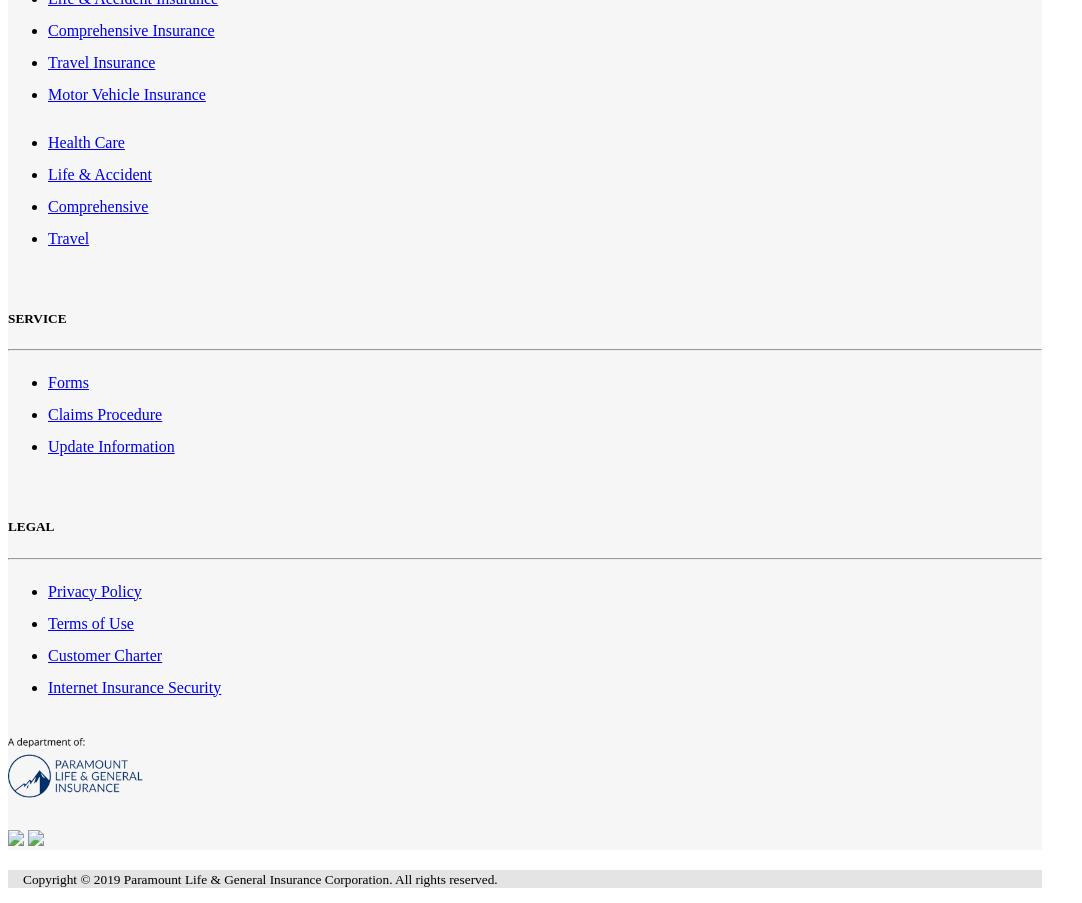 The height and width of the screenshot is (903, 1082). What do you see at coordinates (103, 413) in the screenshot?
I see `'Claims Procedure'` at bounding box center [103, 413].